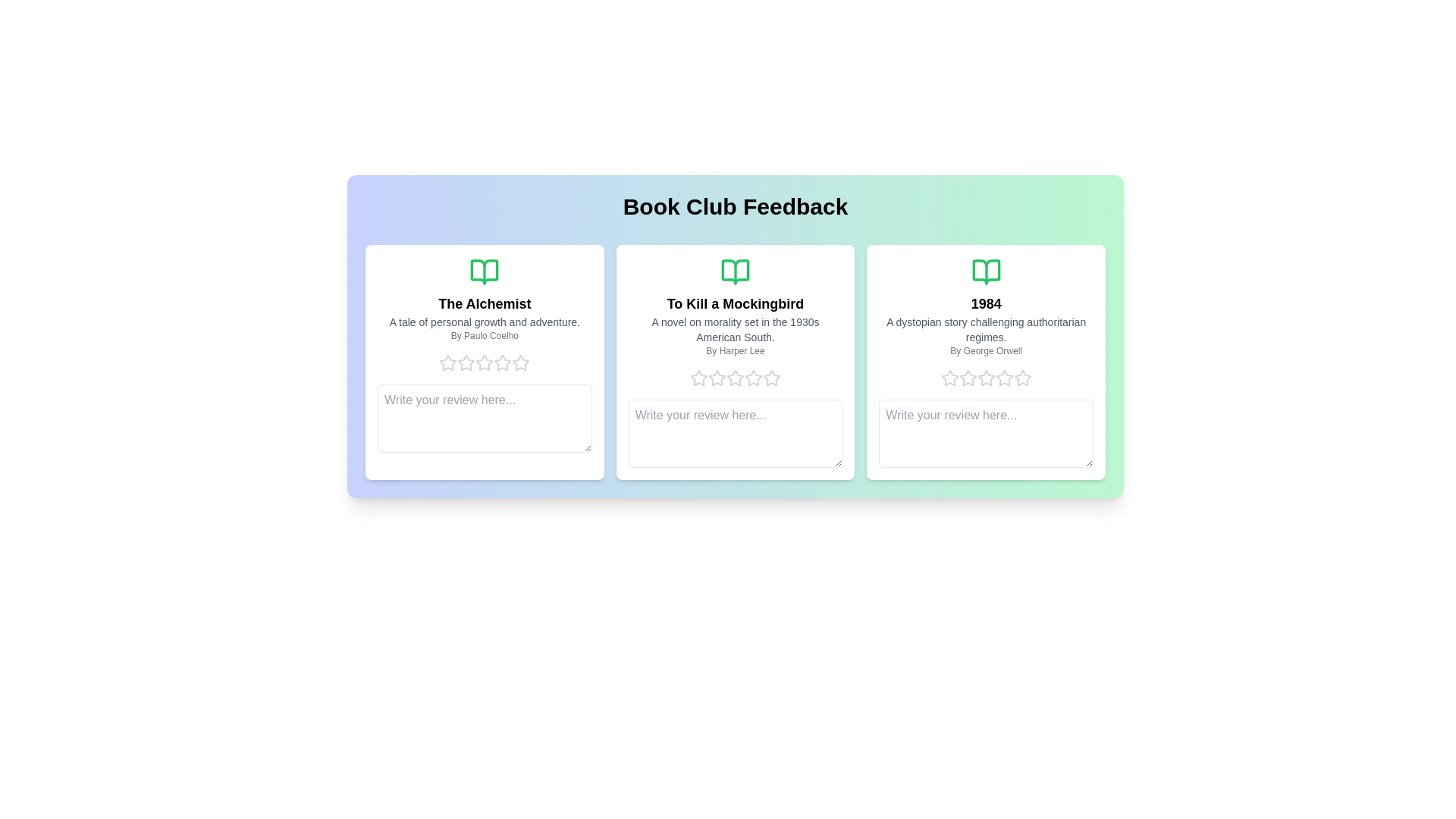 The width and height of the screenshot is (1456, 819). I want to click on the fourth star icon in the rating system for the book '1984', so click(1004, 377).